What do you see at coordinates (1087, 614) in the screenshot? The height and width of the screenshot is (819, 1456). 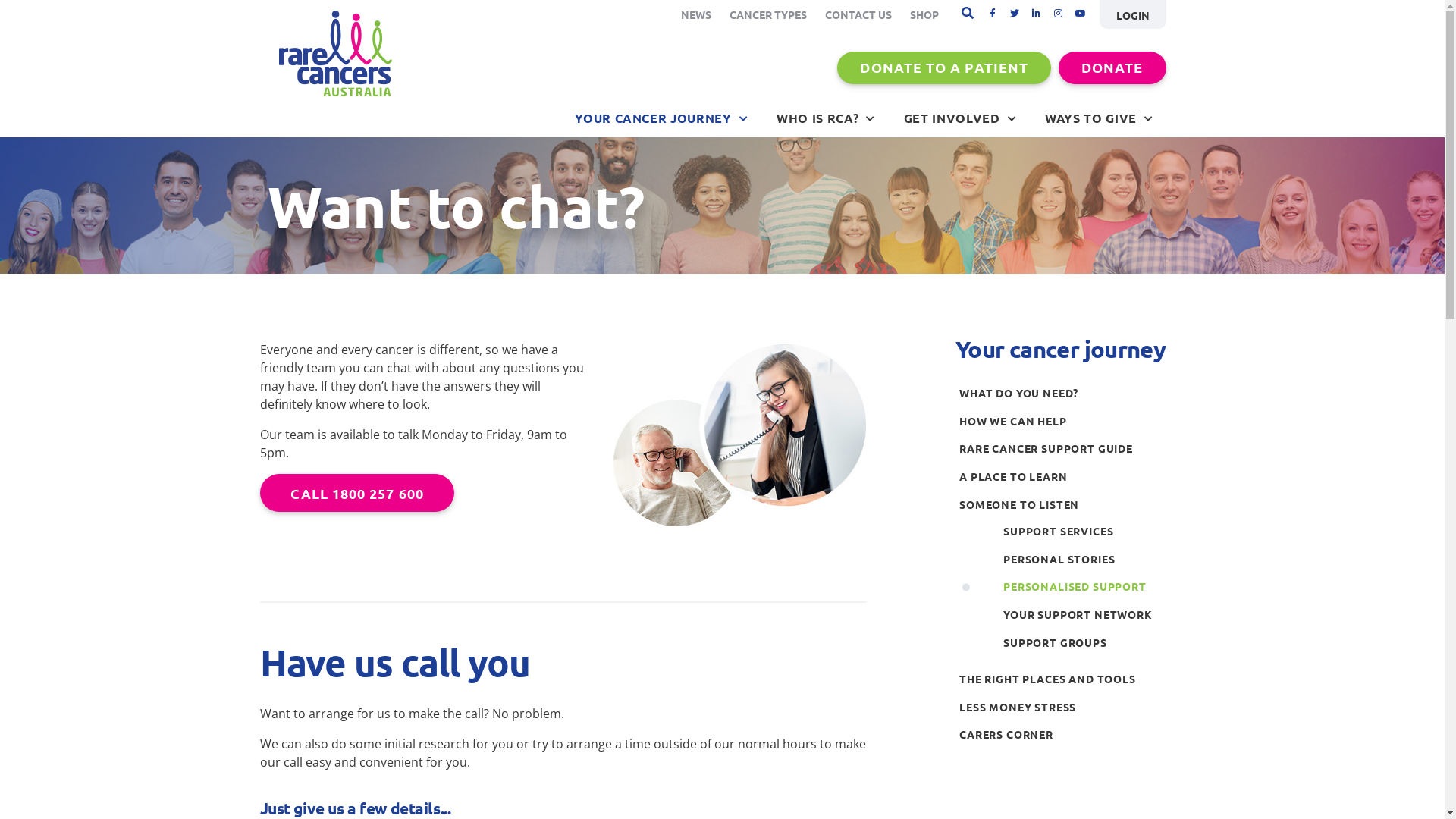 I see `'YOUR SUPPORT NETWORK'` at bounding box center [1087, 614].